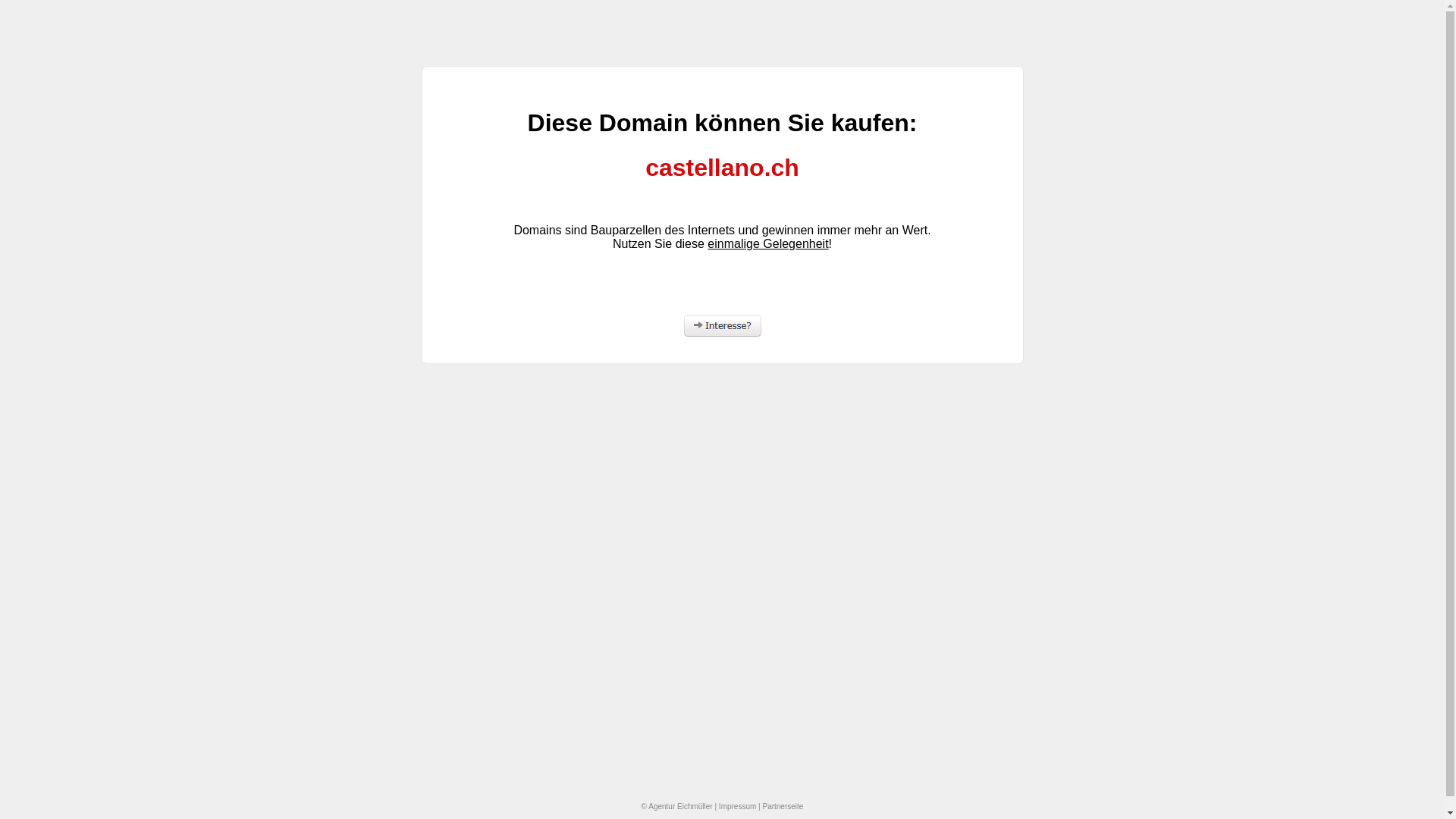  Describe the element at coordinates (737, 805) in the screenshot. I see `'Impressum'` at that location.